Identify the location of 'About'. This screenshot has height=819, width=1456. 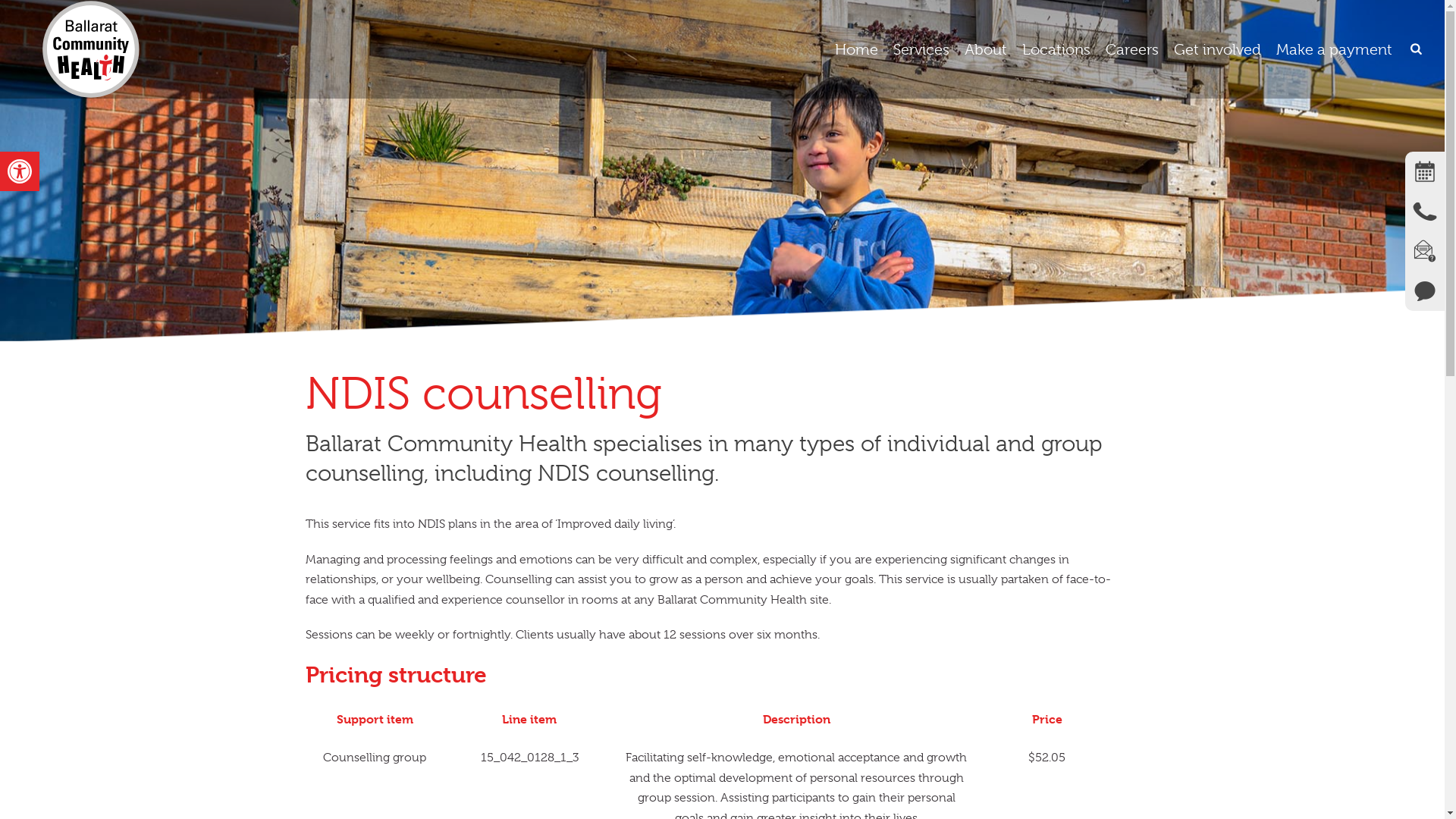
(986, 49).